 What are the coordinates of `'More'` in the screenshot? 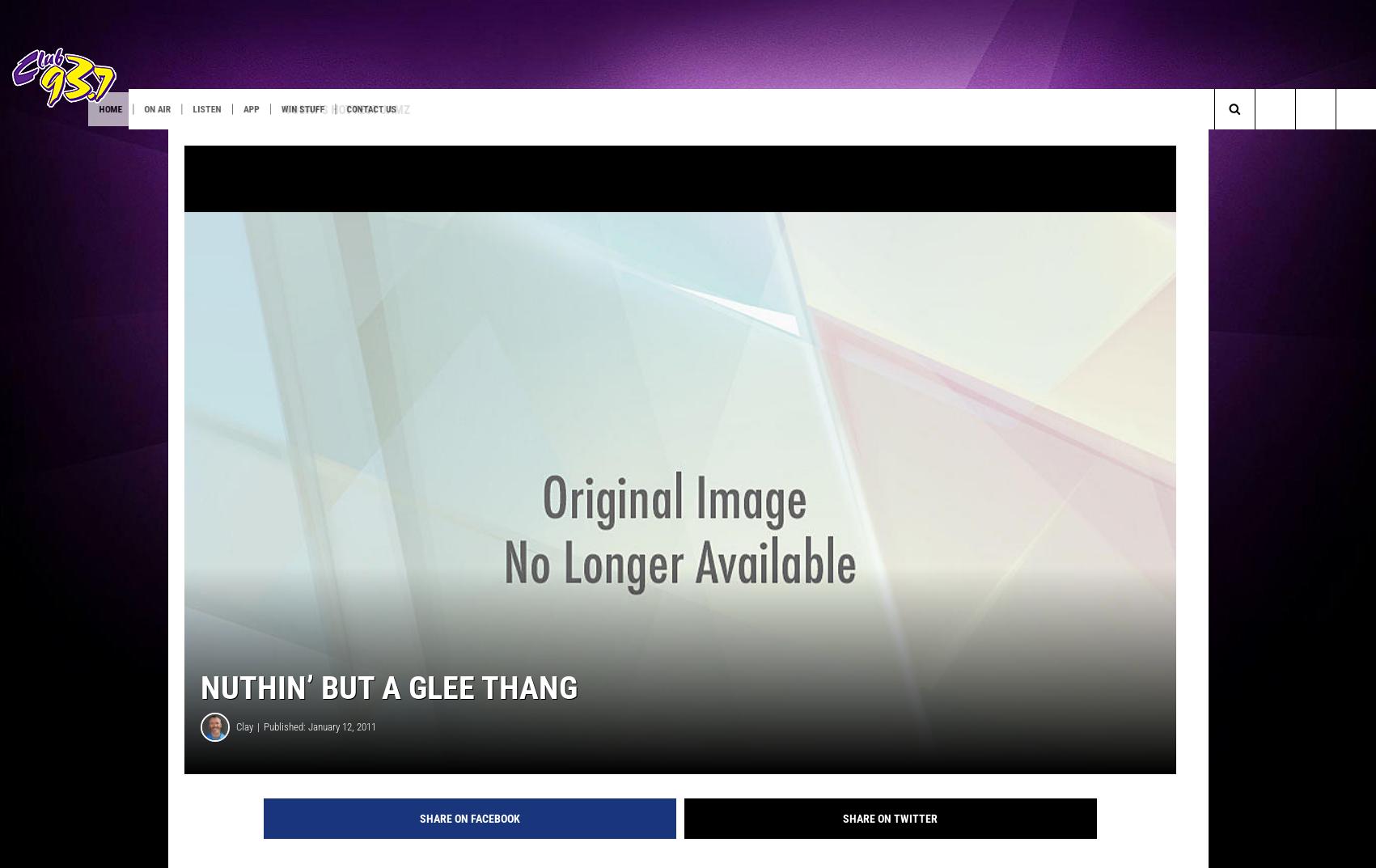 It's located at (543, 108).